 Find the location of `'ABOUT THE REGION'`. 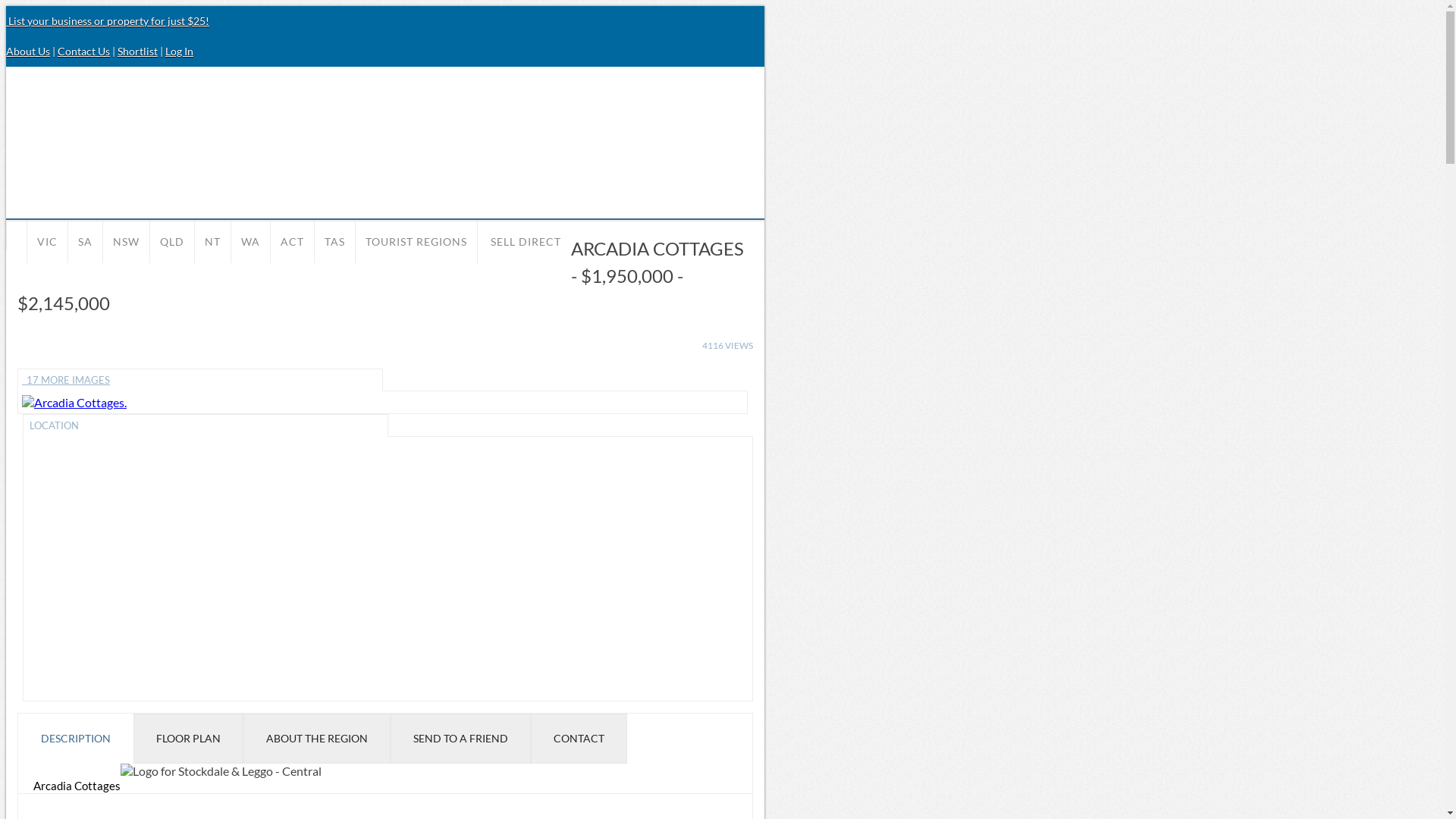

'ABOUT THE REGION' is located at coordinates (243, 738).